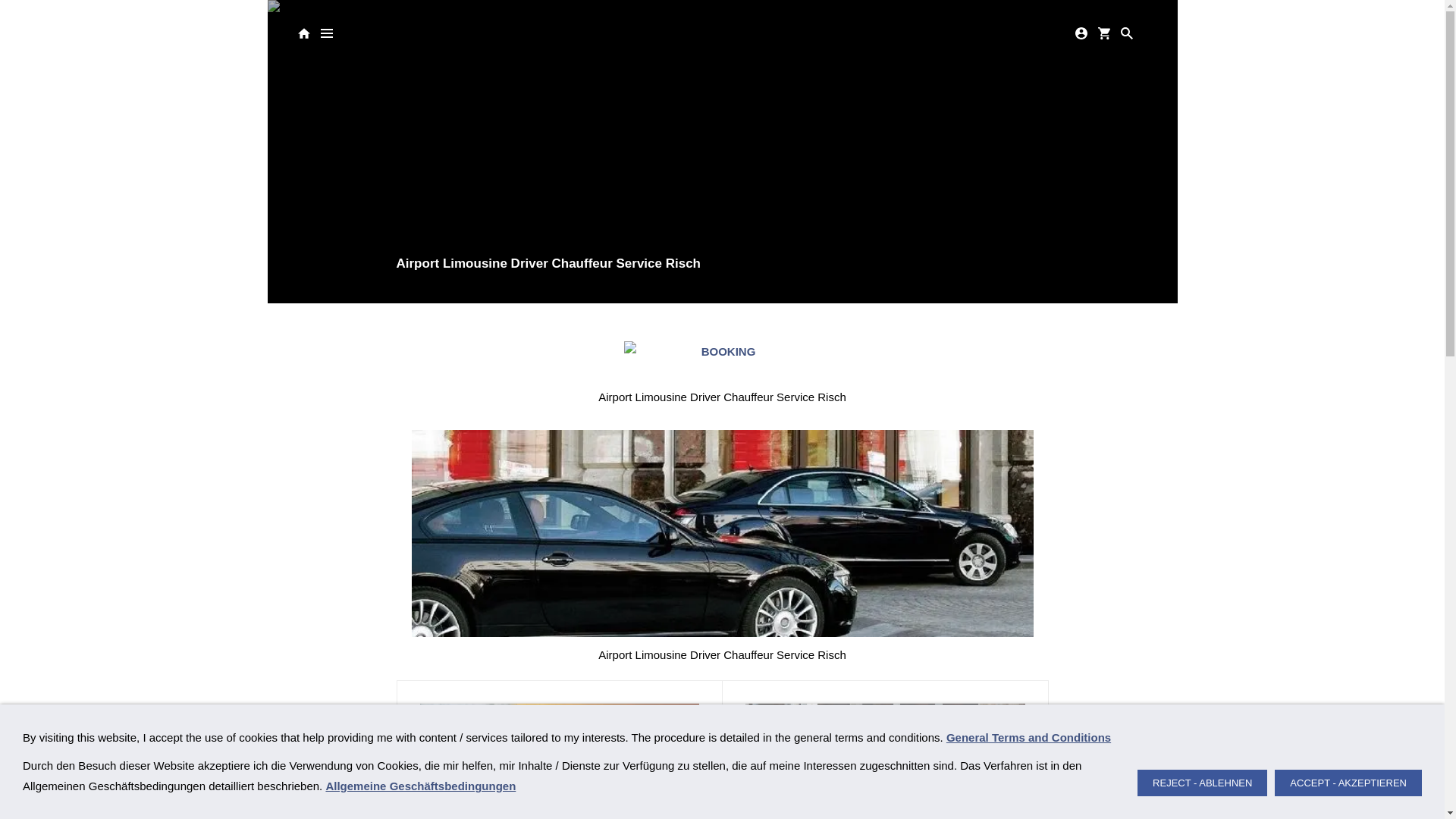 Image resolution: width=1456 pixels, height=819 pixels. What do you see at coordinates (1348, 783) in the screenshot?
I see `'ACCEPT - AKZEPTIEREN'` at bounding box center [1348, 783].